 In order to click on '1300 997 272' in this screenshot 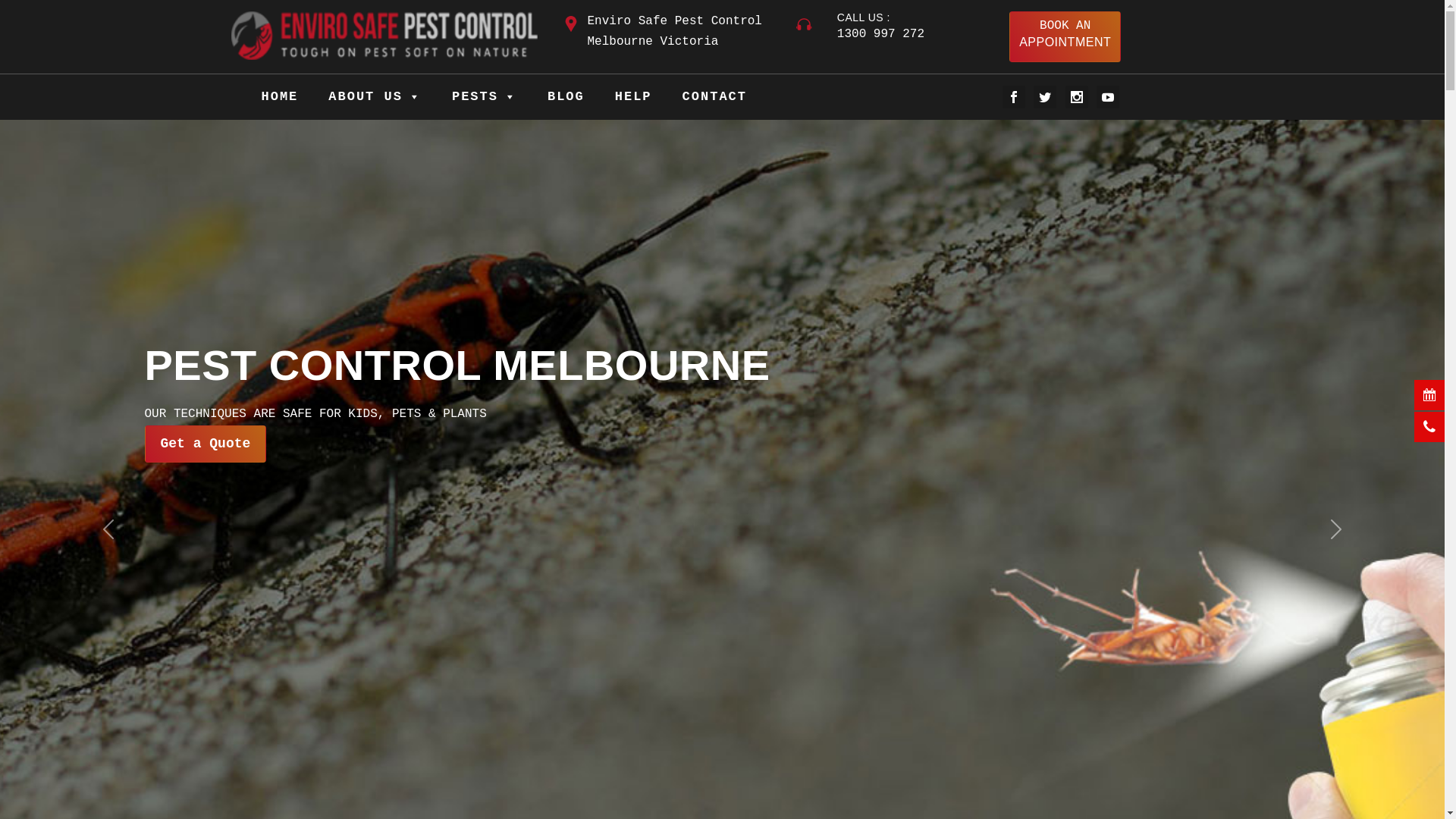, I will do `click(880, 34)`.